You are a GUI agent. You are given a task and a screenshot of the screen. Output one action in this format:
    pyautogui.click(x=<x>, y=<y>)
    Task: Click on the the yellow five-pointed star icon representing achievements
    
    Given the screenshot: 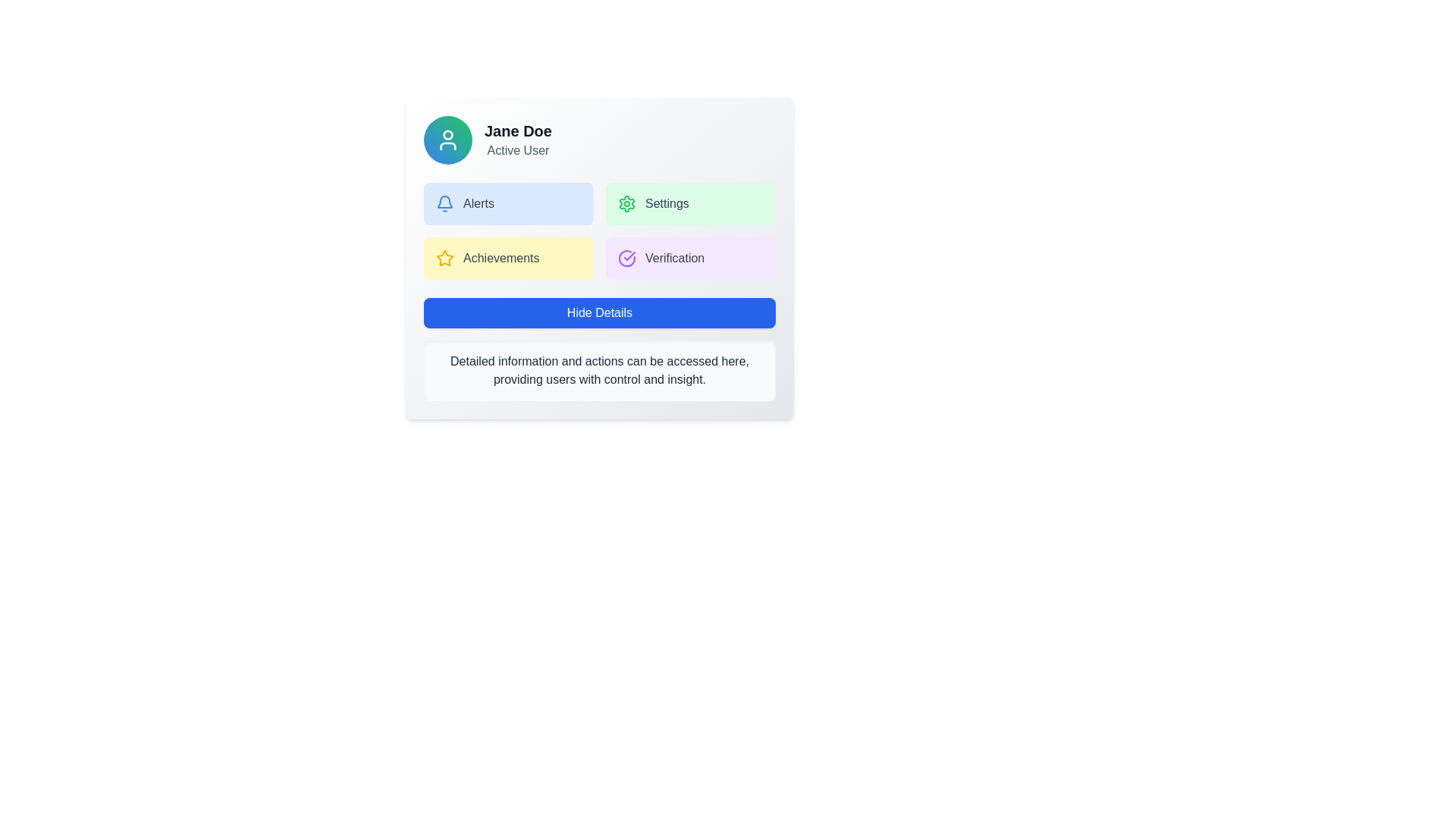 What is the action you would take?
    pyautogui.click(x=444, y=257)
    